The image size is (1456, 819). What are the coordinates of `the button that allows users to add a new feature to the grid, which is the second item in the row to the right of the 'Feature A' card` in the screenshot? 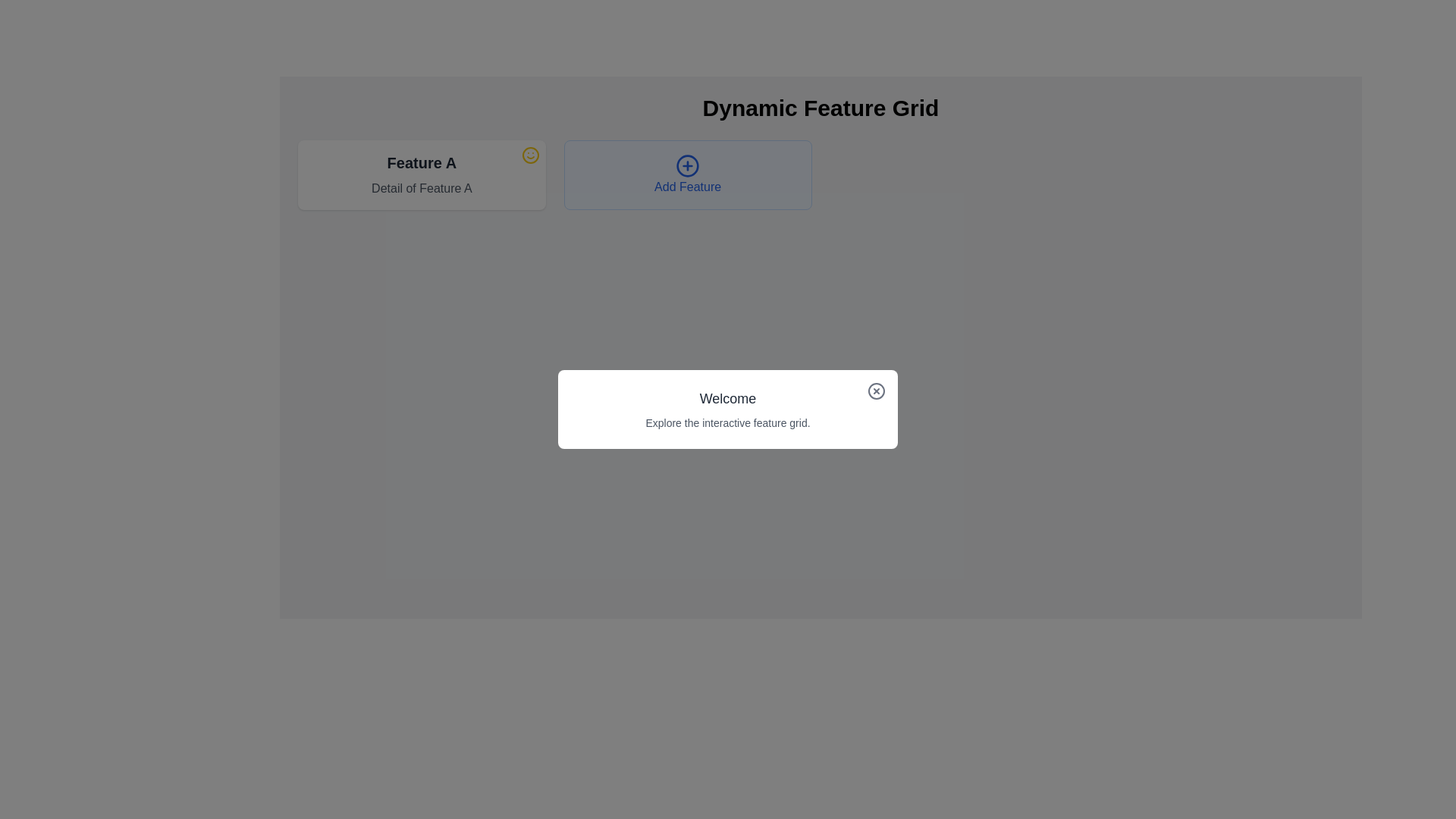 It's located at (687, 174).